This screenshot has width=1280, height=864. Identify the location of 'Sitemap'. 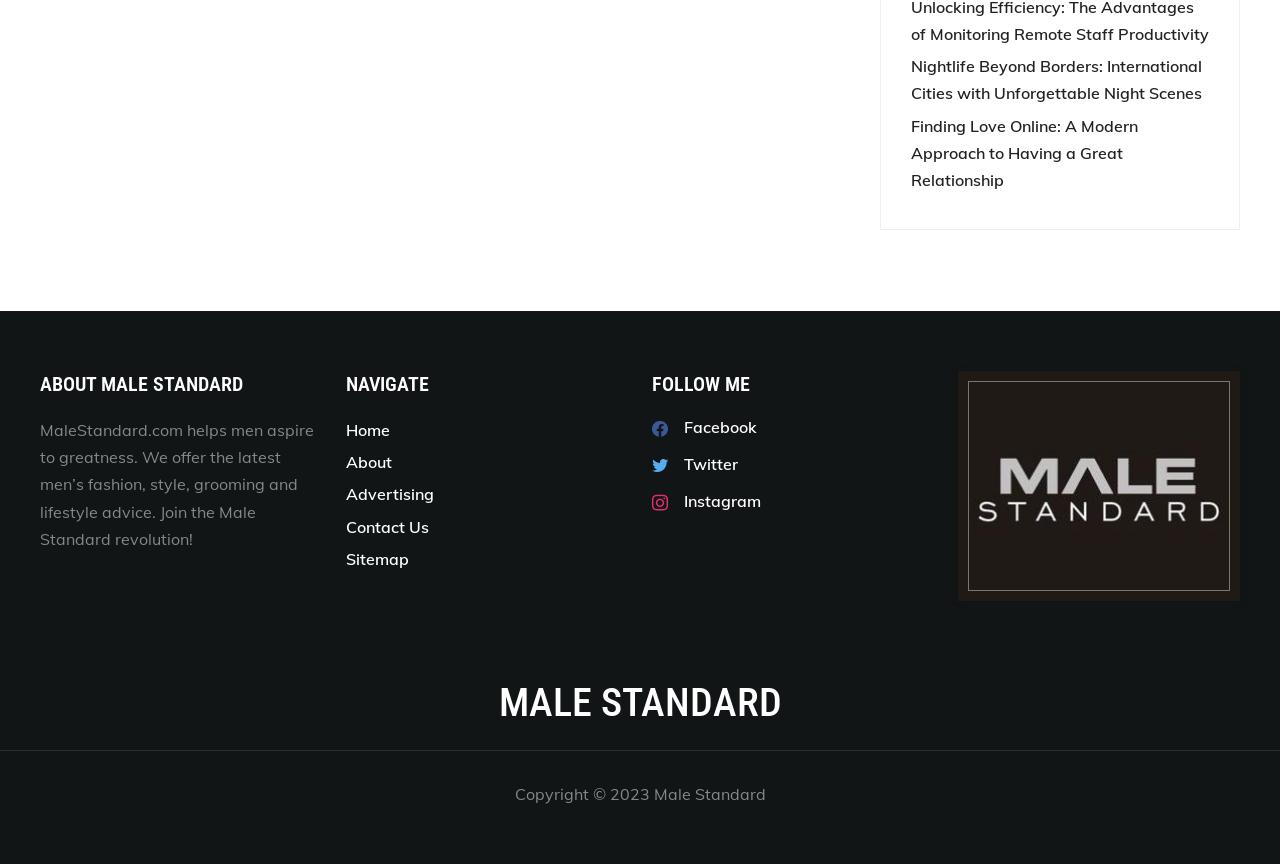
(377, 556).